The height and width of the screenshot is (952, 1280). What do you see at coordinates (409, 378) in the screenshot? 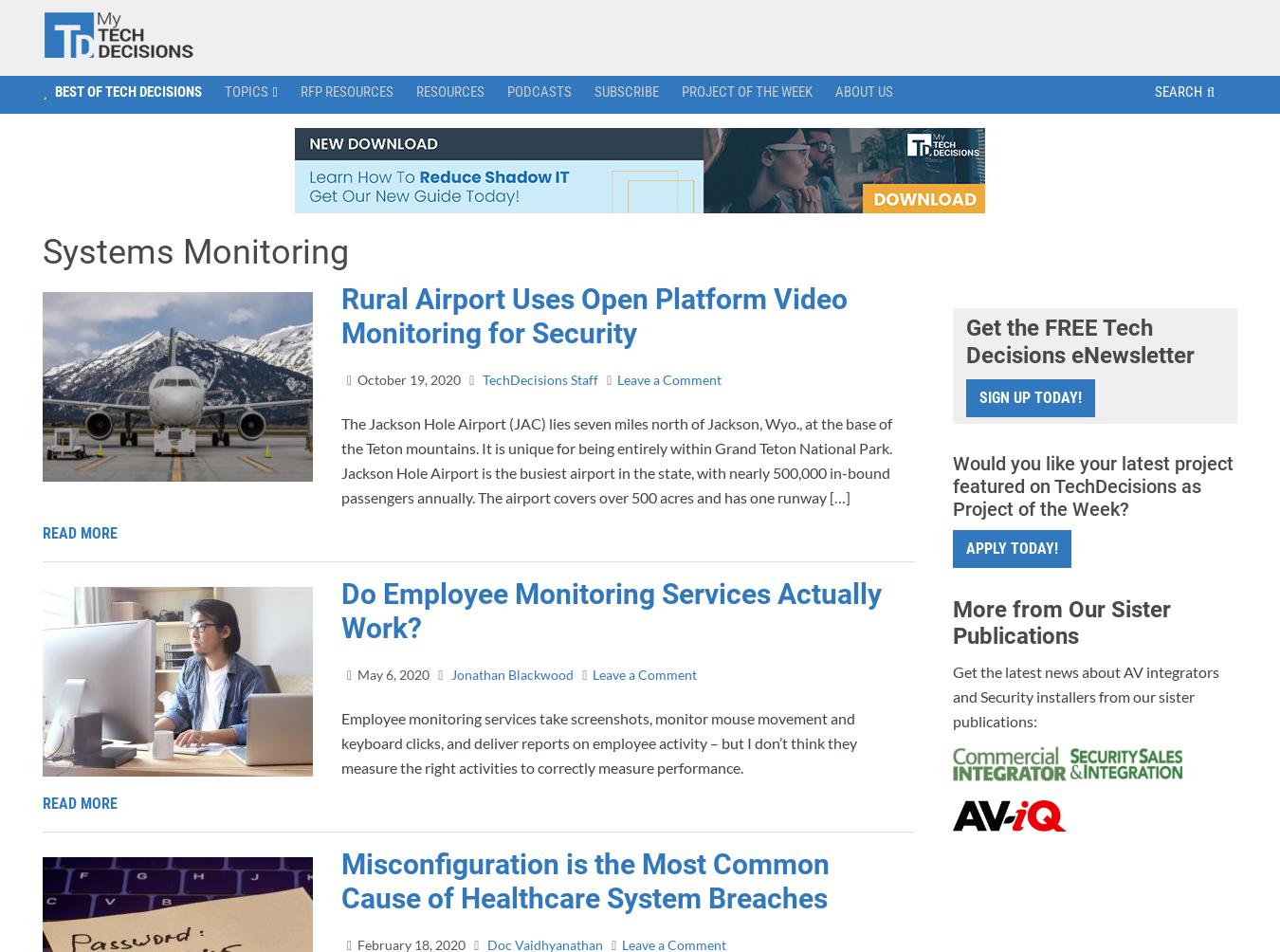
I see `'October 19, 2020'` at bounding box center [409, 378].